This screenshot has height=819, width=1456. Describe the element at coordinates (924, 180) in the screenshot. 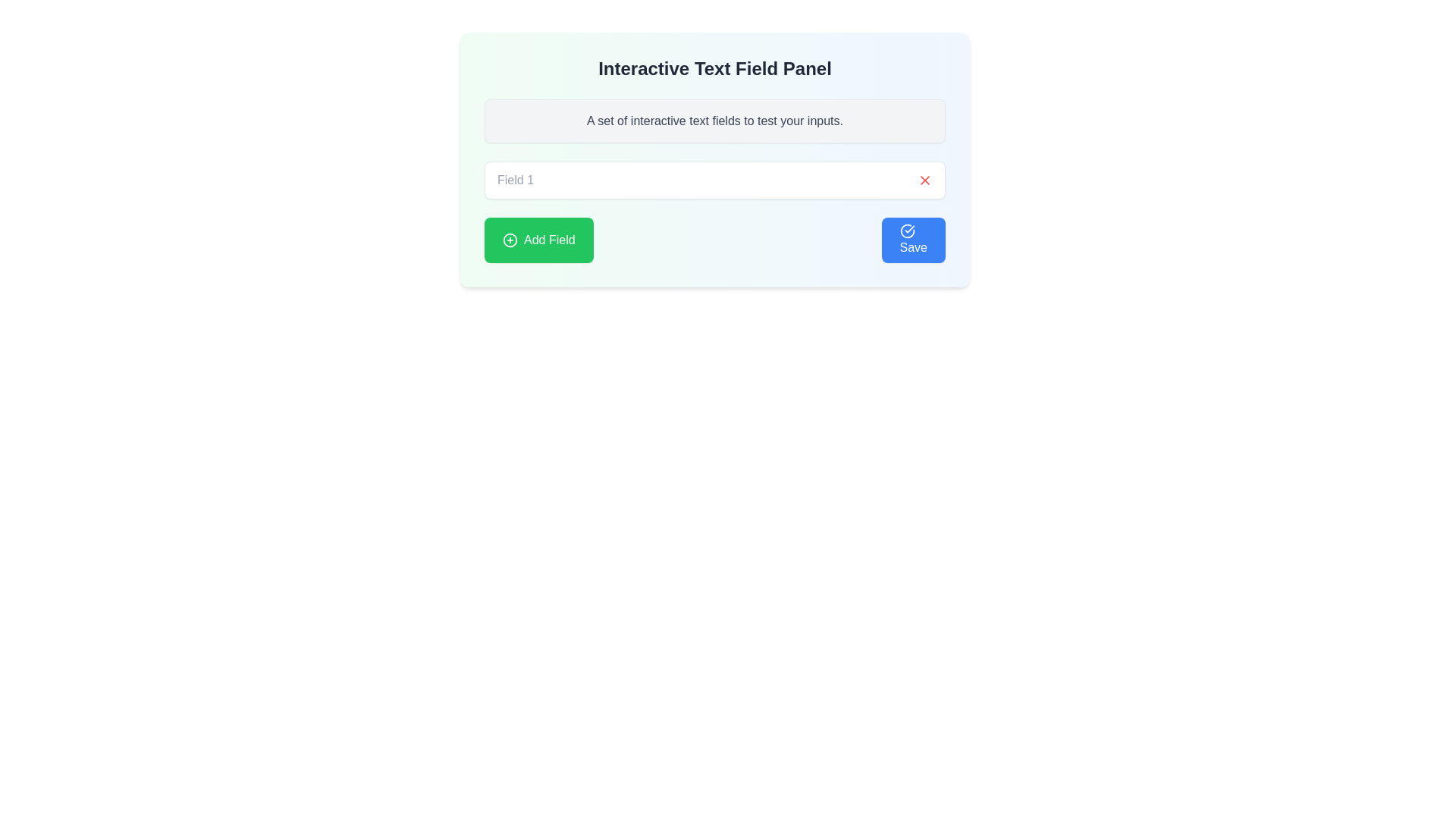

I see `the small red 'X' icon located on the far-right edge of the input field labeled 'Field 1'` at that location.